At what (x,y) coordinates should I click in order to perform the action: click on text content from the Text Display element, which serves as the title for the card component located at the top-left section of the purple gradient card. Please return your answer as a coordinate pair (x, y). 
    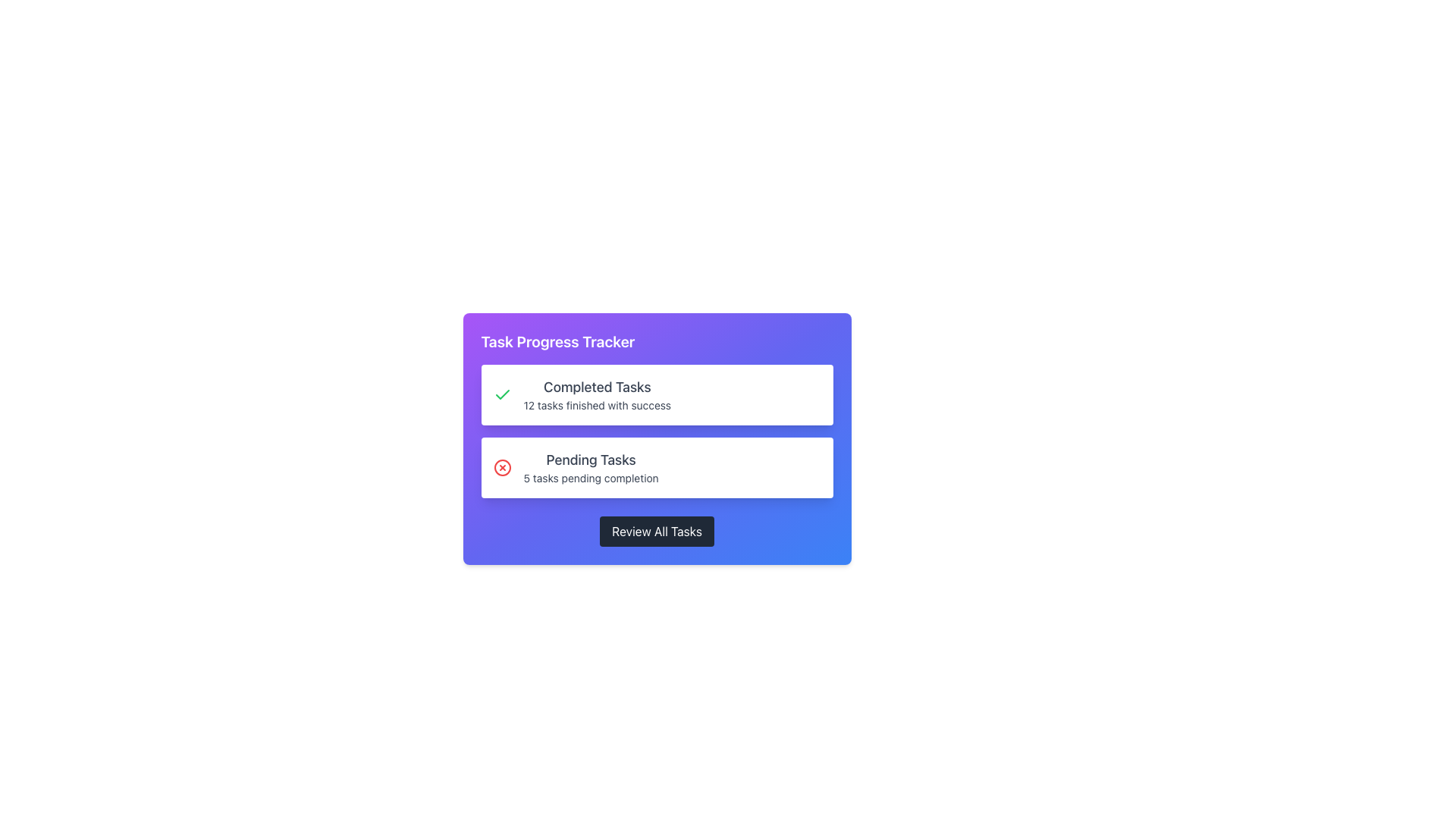
    Looking at the image, I should click on (557, 342).